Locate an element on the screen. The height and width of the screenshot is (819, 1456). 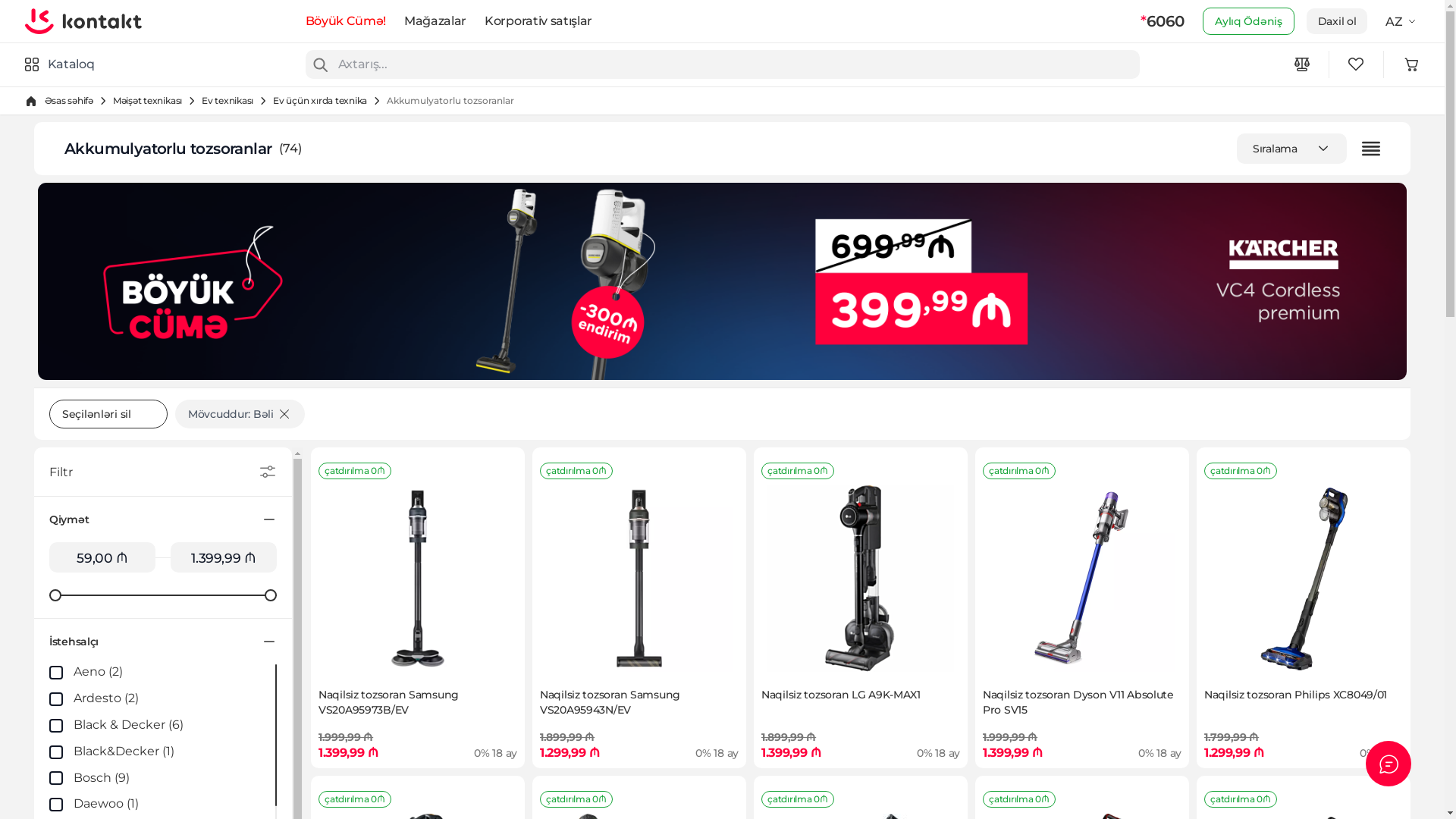
'list' is located at coordinates (1371, 149).